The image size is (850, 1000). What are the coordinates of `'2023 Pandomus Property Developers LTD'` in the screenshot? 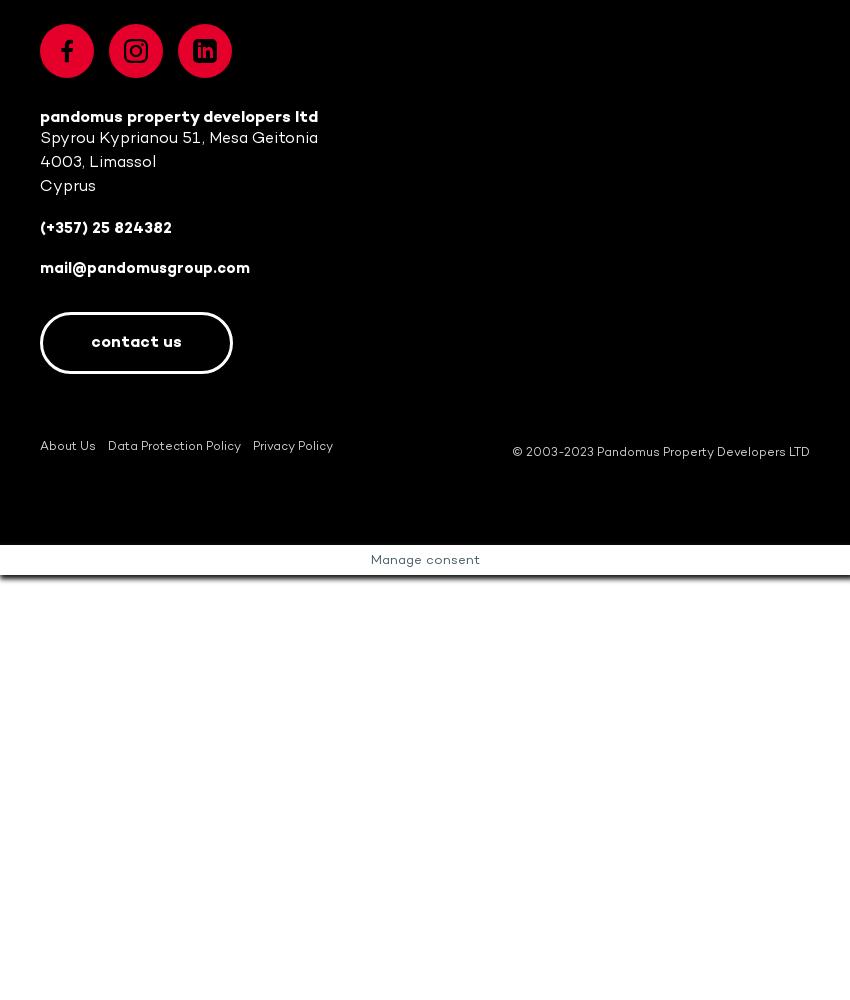 It's located at (685, 451).